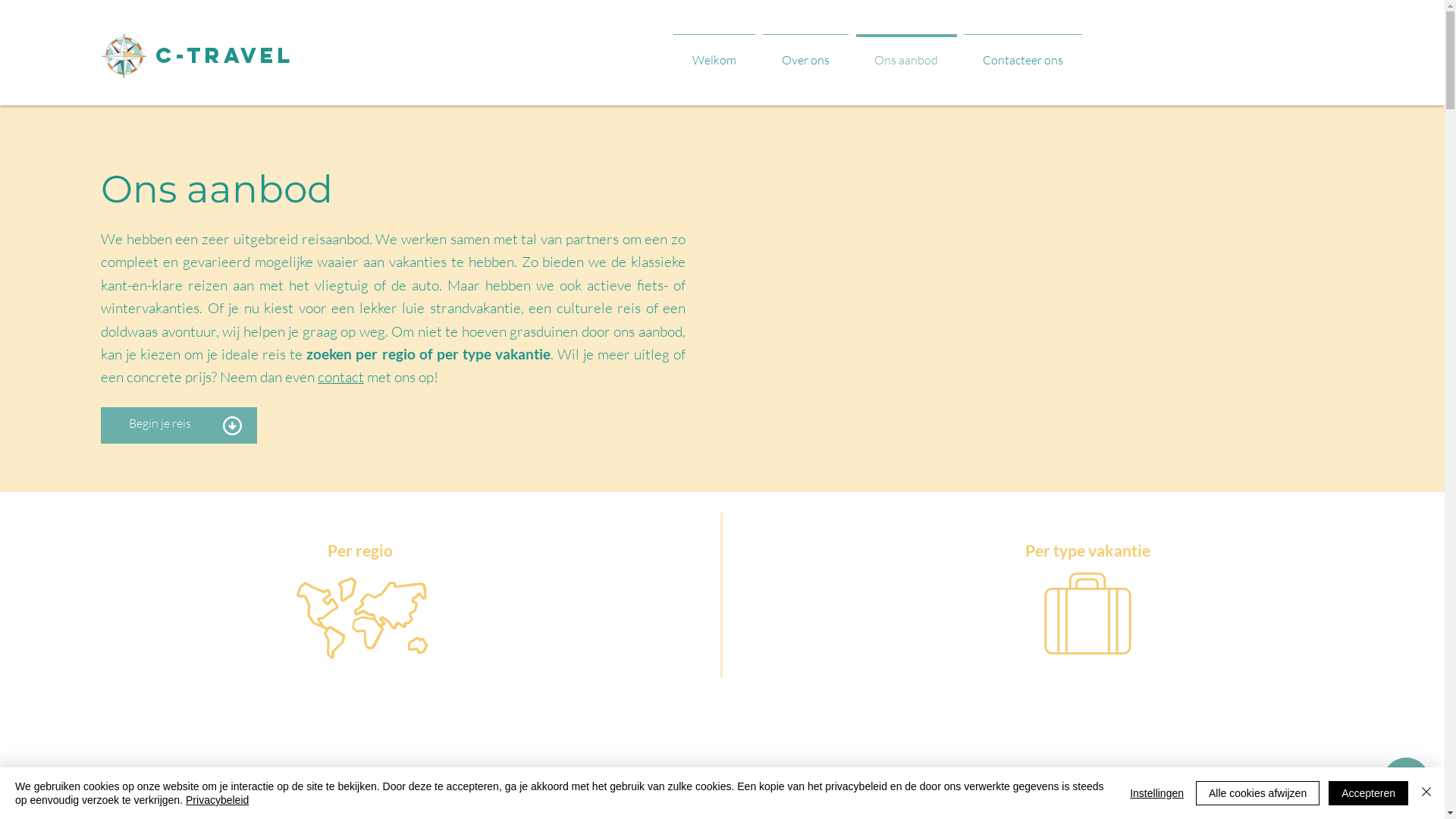 Image resolution: width=1456 pixels, height=819 pixels. What do you see at coordinates (340, 376) in the screenshot?
I see `'contact'` at bounding box center [340, 376].